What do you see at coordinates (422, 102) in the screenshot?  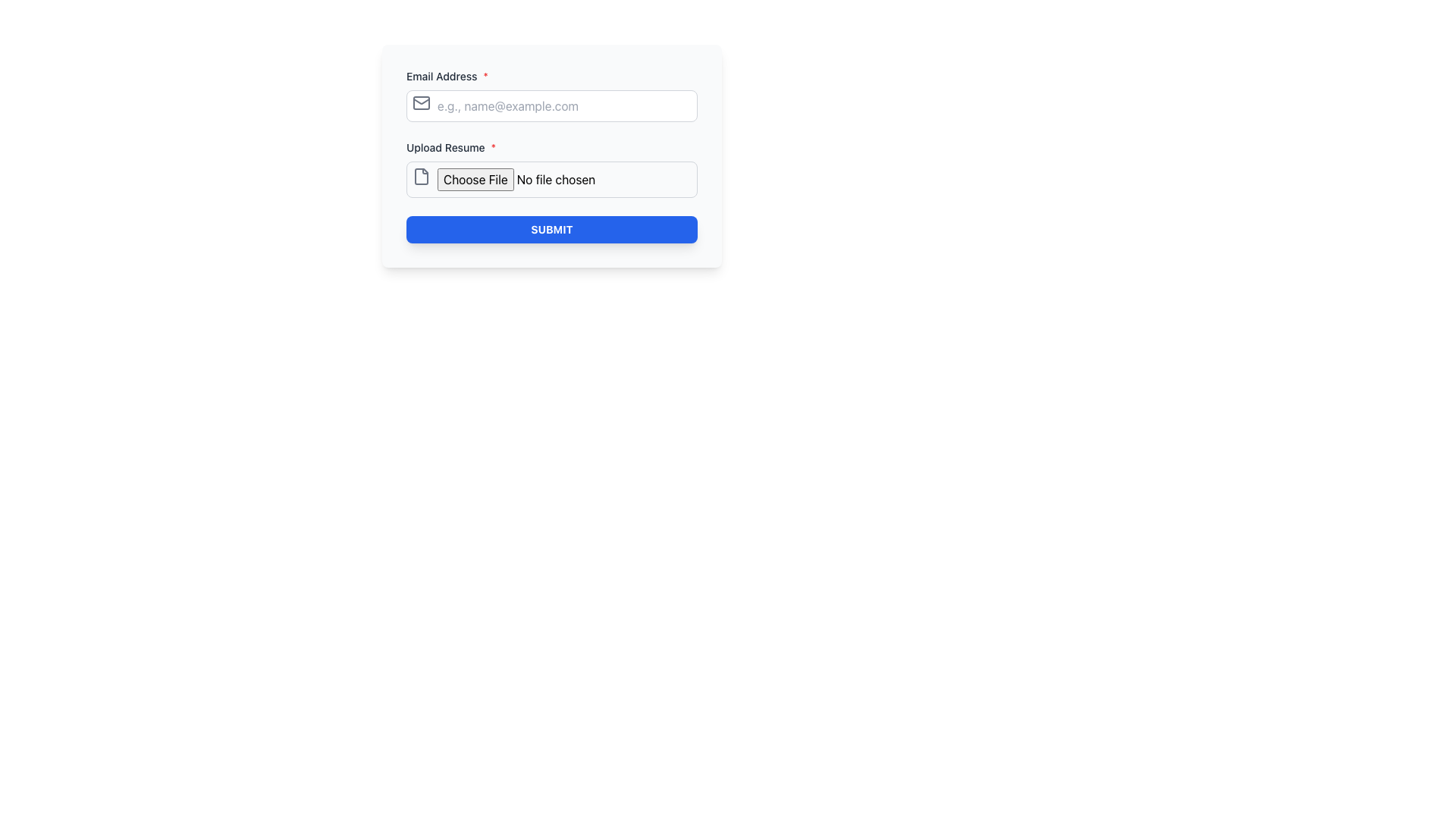 I see `the email input field icon, which is a static decorative element positioned to the far left of the email input field in the form` at bounding box center [422, 102].